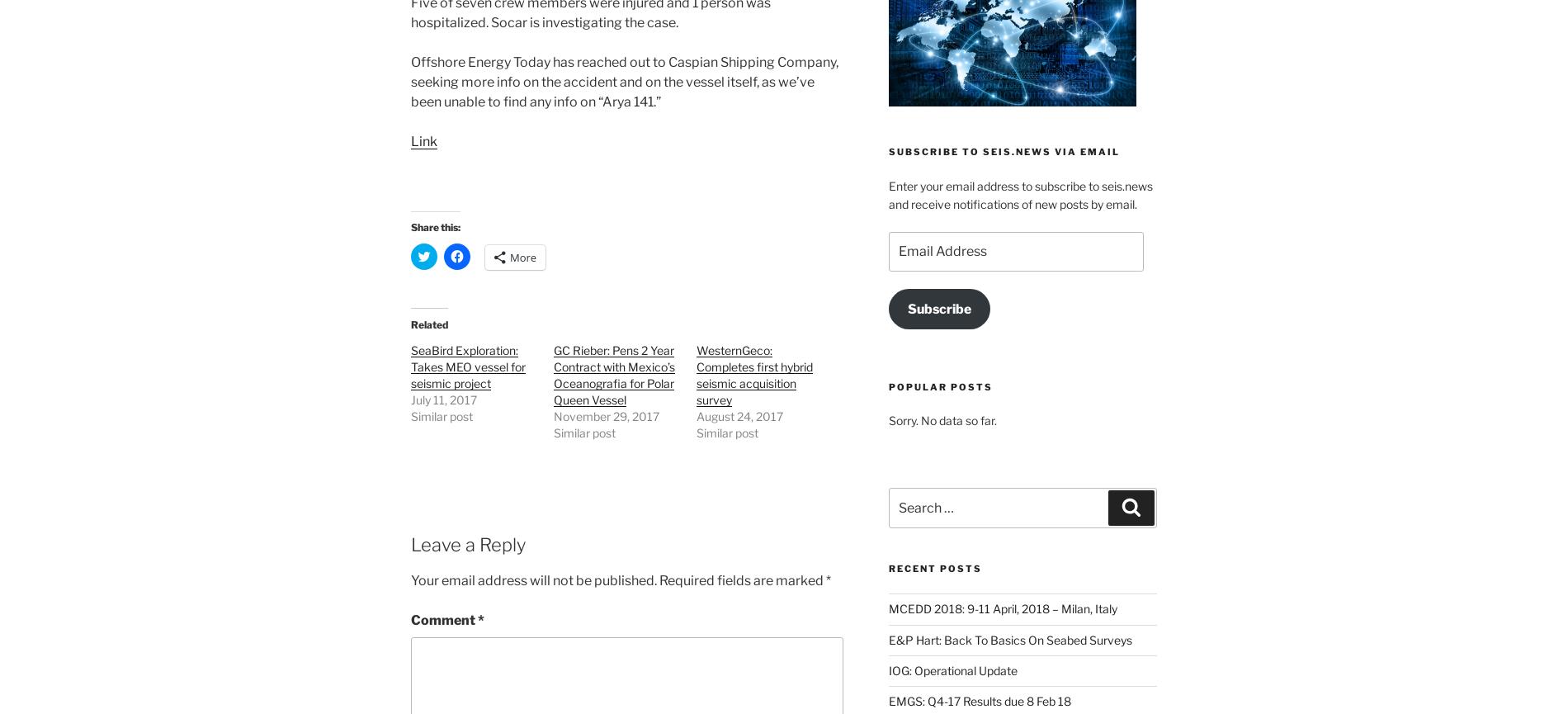  What do you see at coordinates (444, 619) in the screenshot?
I see `'Comment'` at bounding box center [444, 619].